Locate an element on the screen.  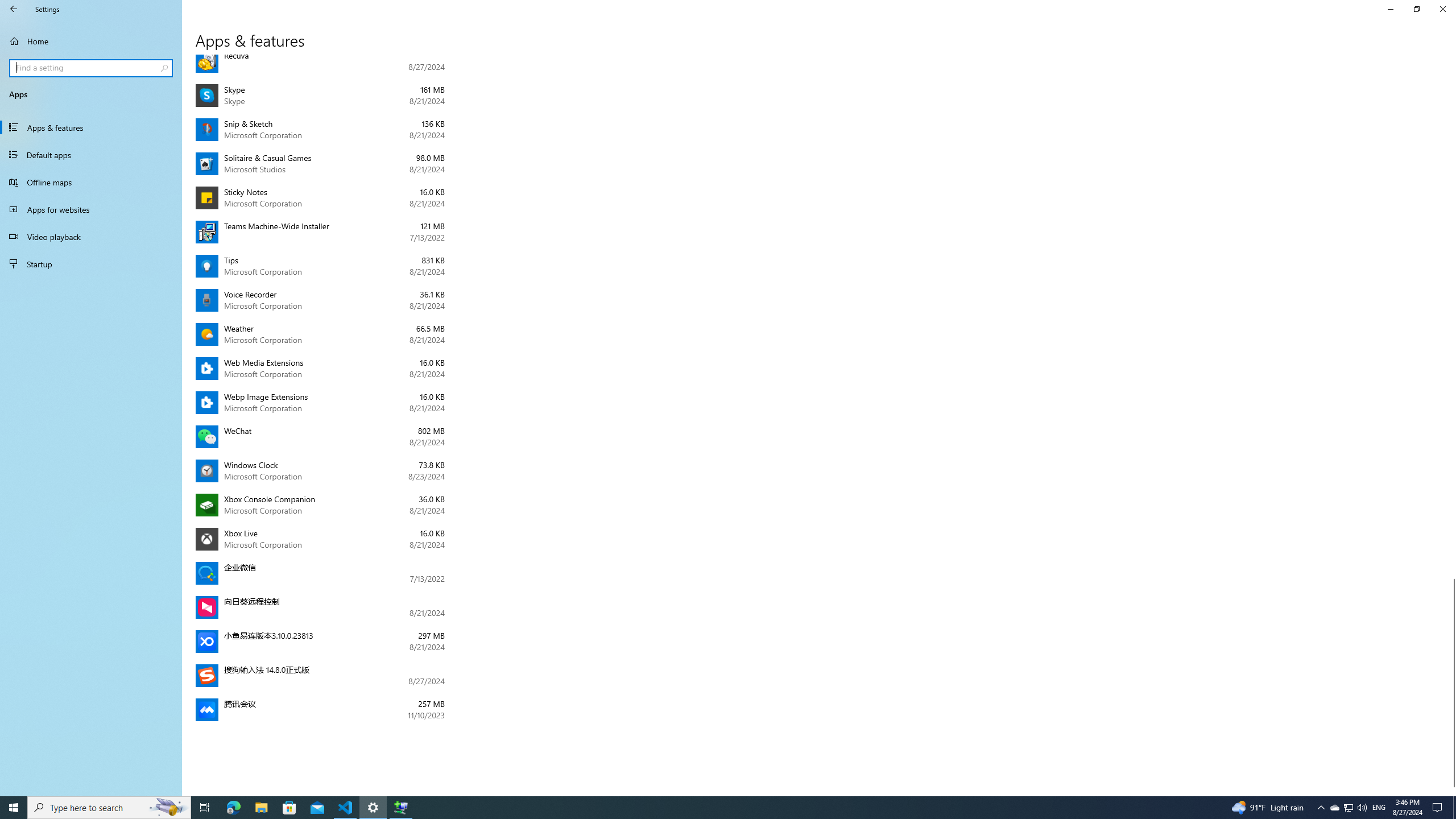
'Extensible Wizards Host Process - 1 running window' is located at coordinates (401, 806).